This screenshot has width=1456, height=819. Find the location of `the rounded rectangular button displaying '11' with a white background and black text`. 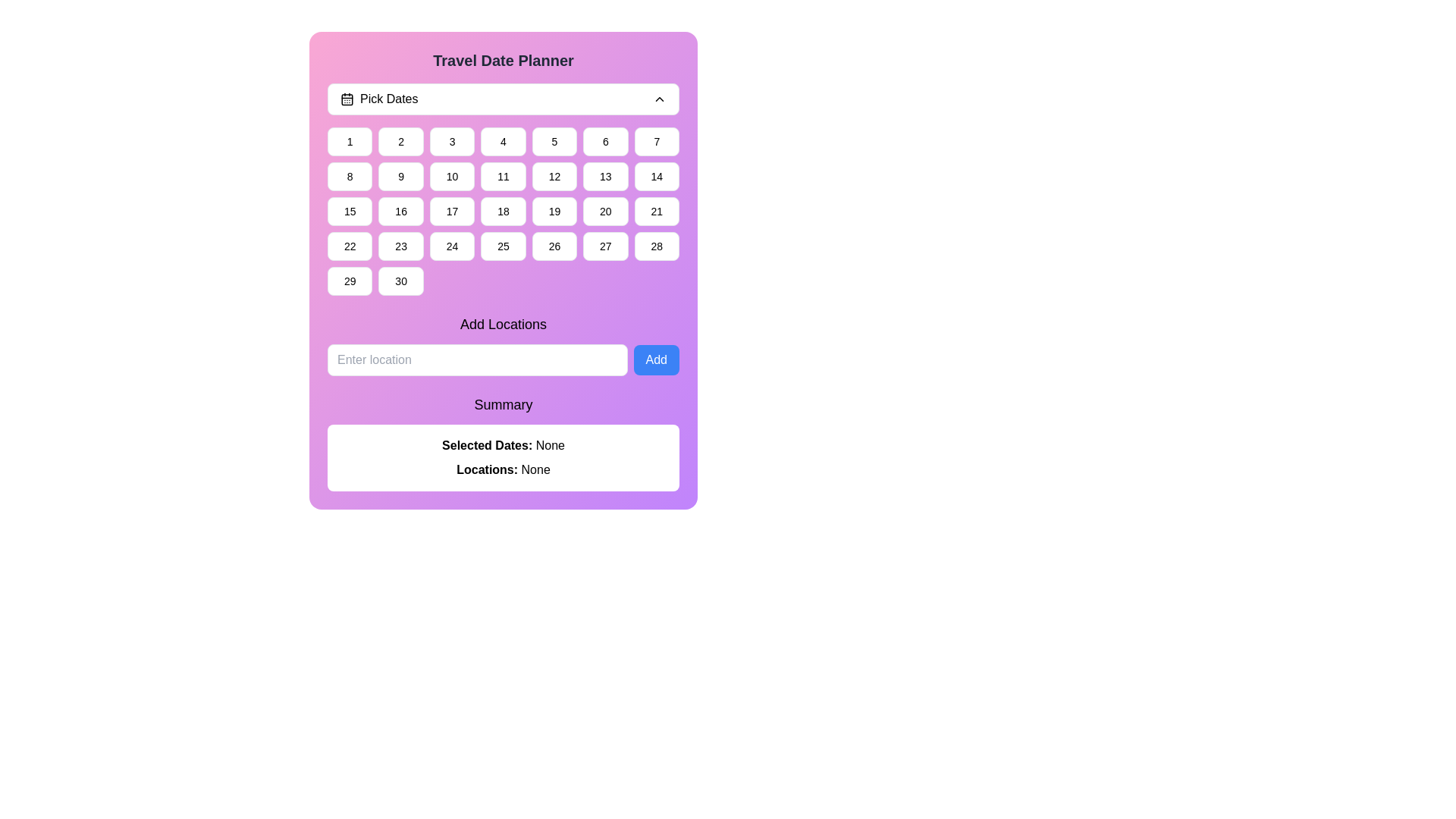

the rounded rectangular button displaying '11' with a white background and black text is located at coordinates (503, 175).